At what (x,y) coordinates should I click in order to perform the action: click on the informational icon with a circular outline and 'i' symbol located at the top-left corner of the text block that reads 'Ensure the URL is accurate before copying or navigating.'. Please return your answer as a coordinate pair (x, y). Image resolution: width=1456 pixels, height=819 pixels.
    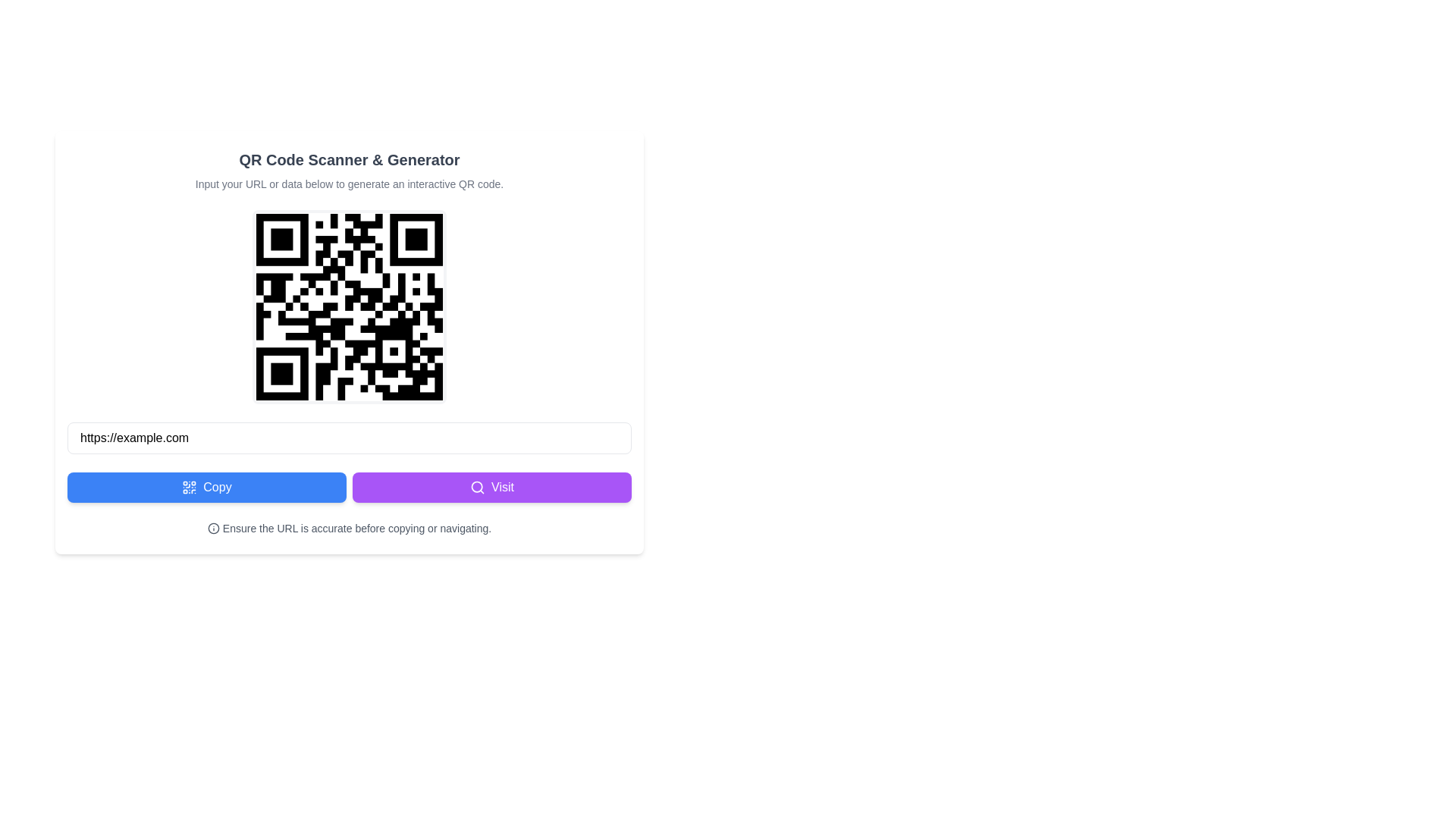
    Looking at the image, I should click on (212, 528).